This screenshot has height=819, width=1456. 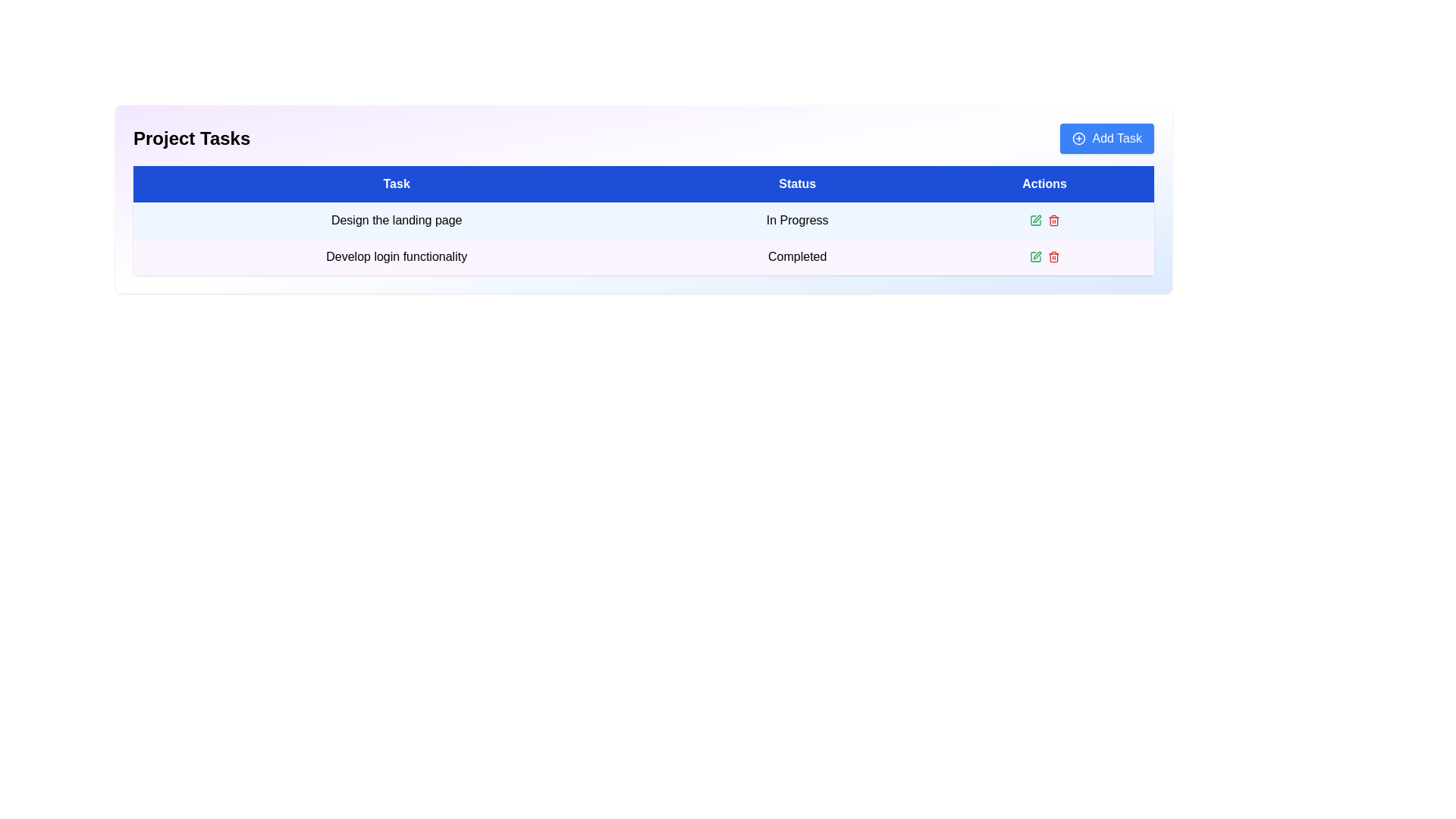 I want to click on the 'Add Task' button, which is a rectangular button with a blue background and white text, located on the right side of the header section labeled 'Project Tasks', so click(x=1107, y=138).